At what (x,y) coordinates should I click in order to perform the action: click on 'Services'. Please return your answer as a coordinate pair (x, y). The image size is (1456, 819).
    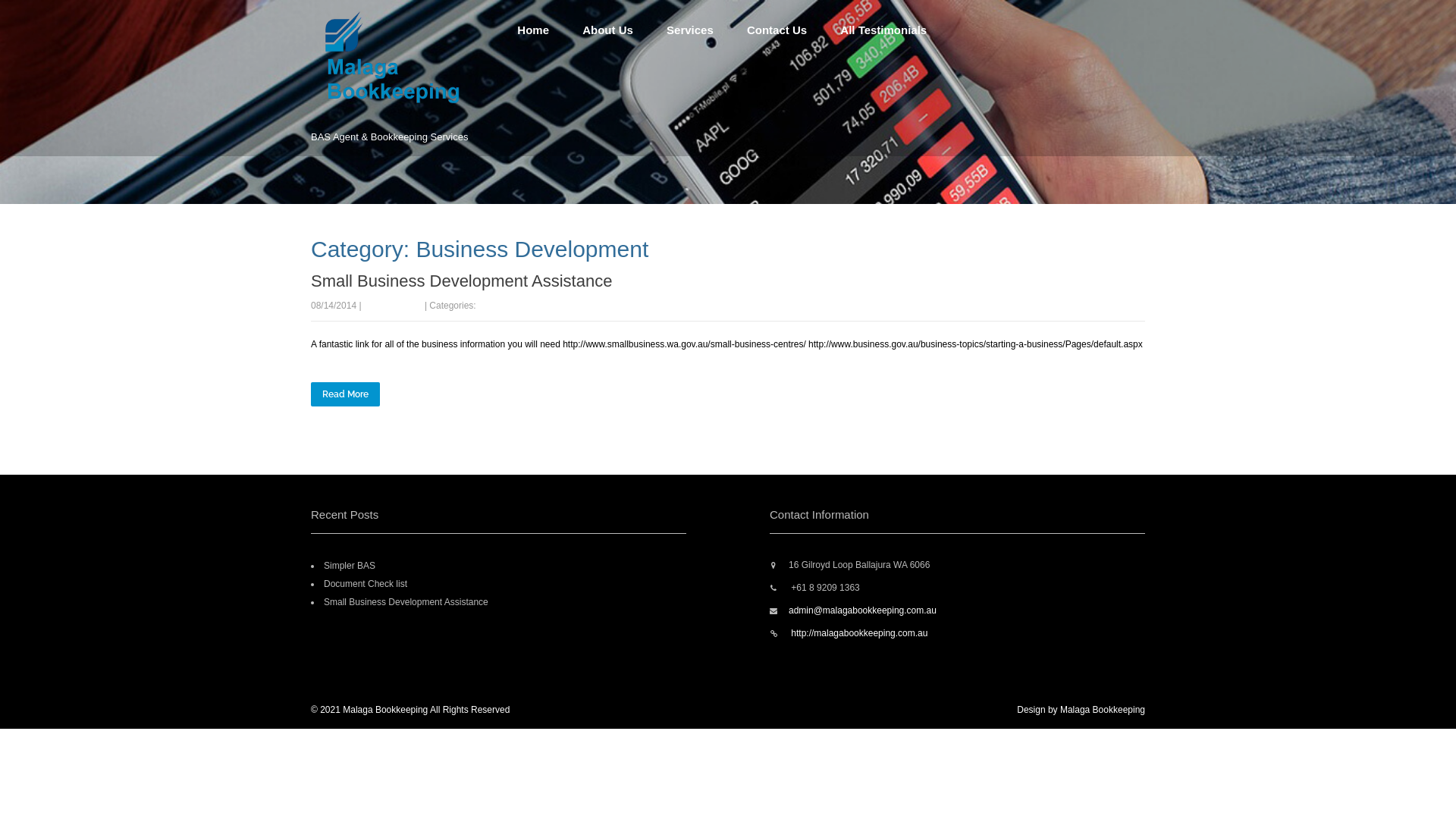
    Looking at the image, I should click on (689, 30).